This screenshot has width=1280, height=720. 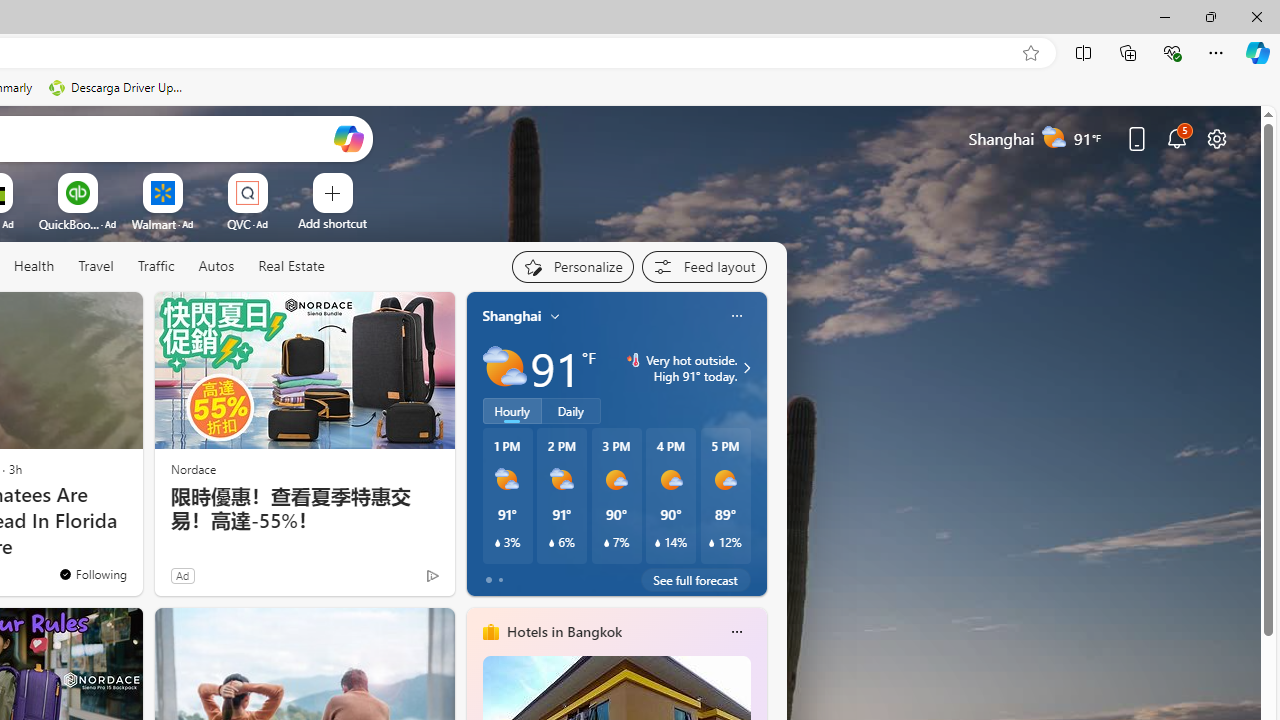 I want to click on 'Real Estate', so click(x=290, y=266).